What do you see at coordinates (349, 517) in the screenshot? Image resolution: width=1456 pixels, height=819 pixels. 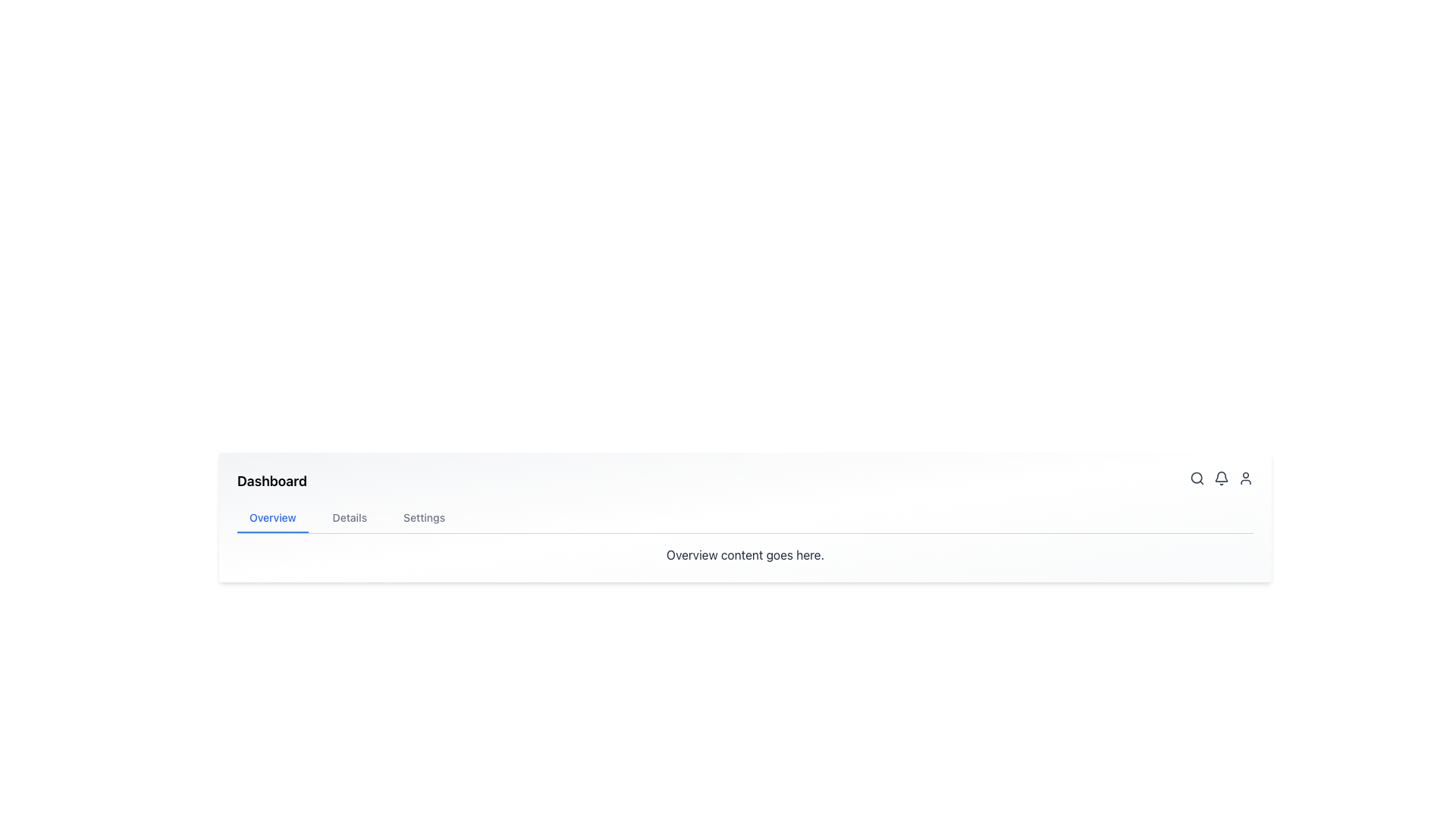 I see `the 'Details' navigation tab, the second item in the row of three tabs beneath the 'Dashboard' header` at bounding box center [349, 517].